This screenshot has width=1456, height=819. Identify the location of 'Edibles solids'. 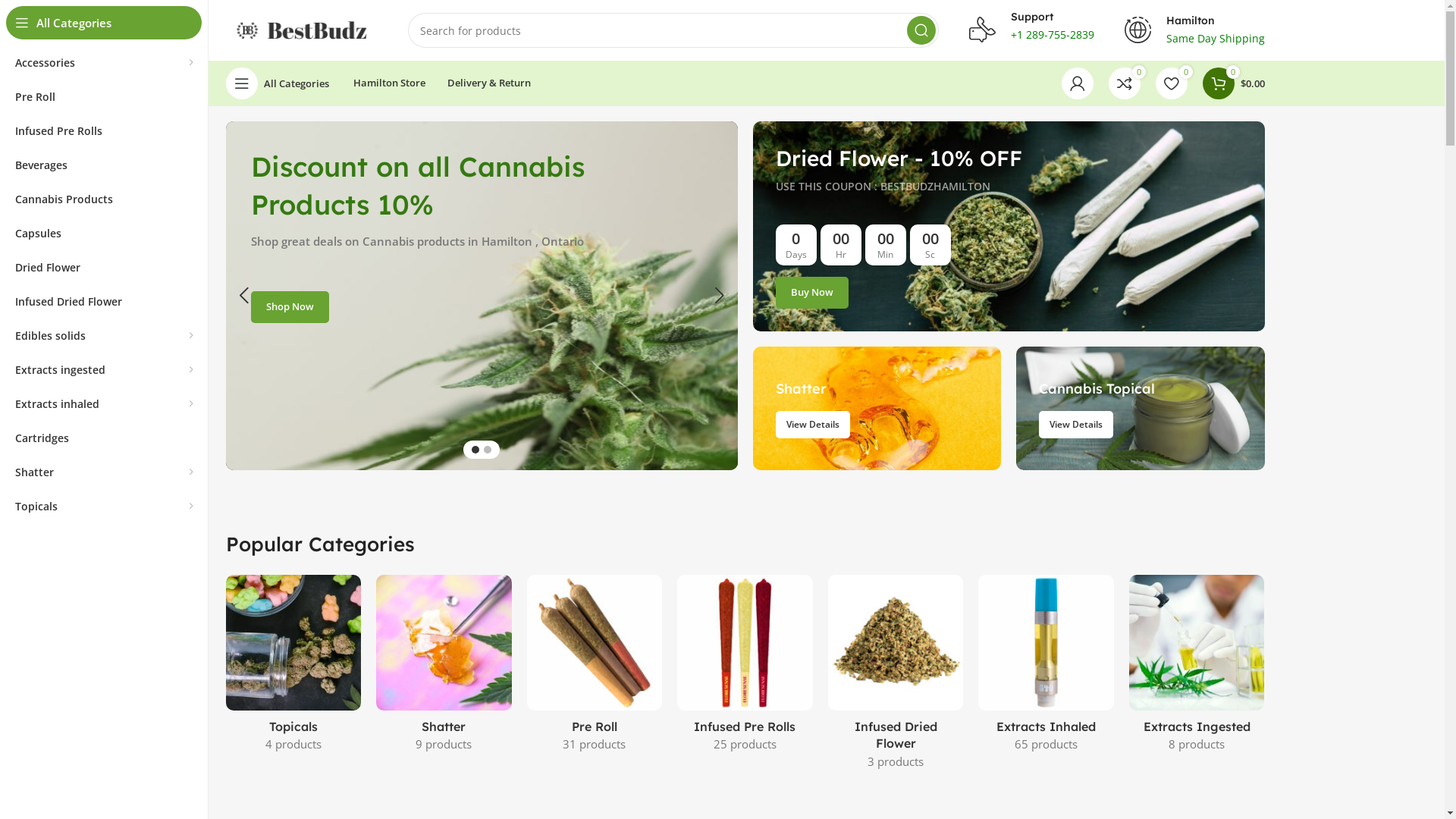
(103, 334).